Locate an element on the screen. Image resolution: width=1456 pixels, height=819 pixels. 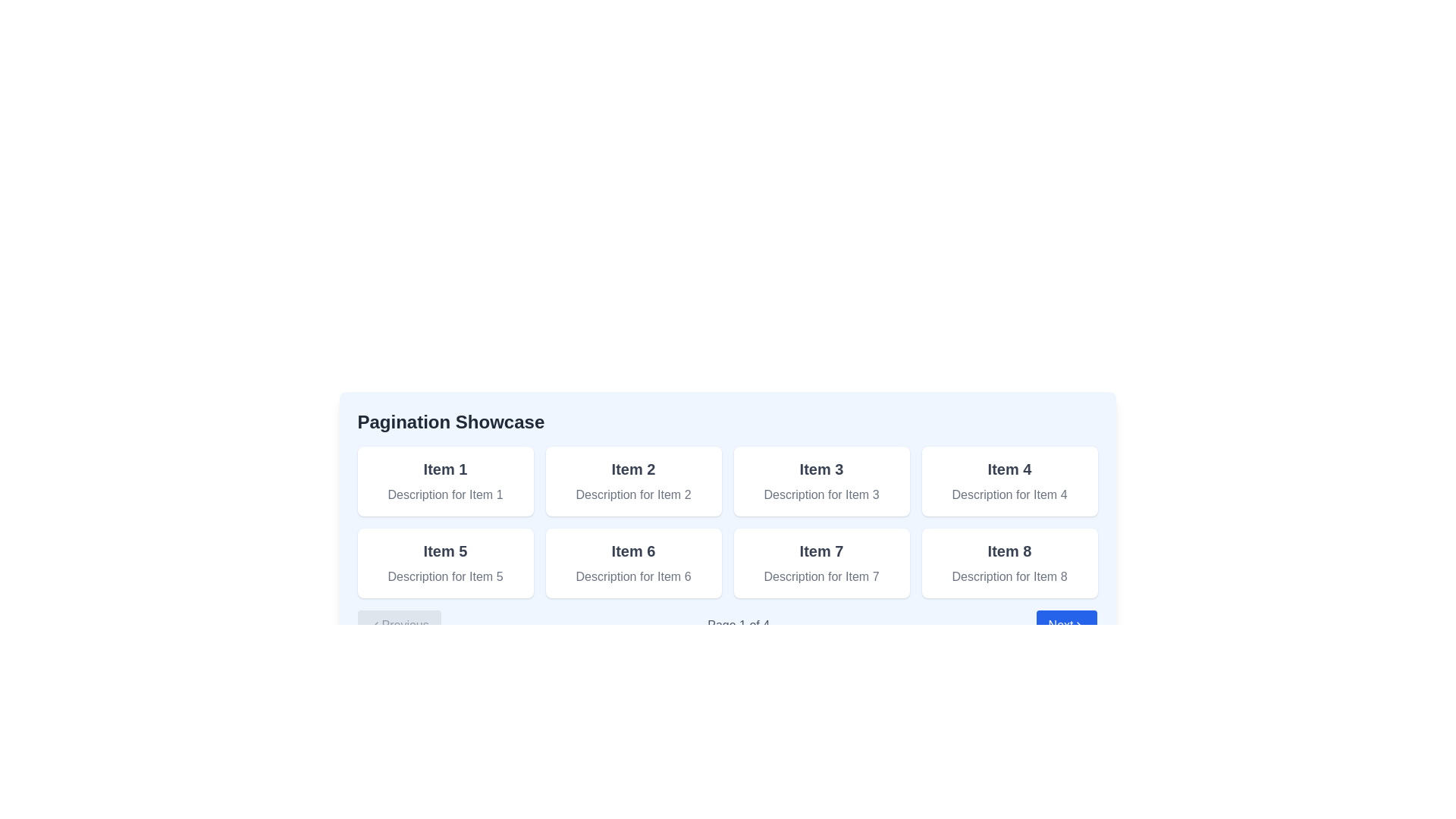
the button located in the bottom-right corner of the pagination control group is located at coordinates (1065, 626).